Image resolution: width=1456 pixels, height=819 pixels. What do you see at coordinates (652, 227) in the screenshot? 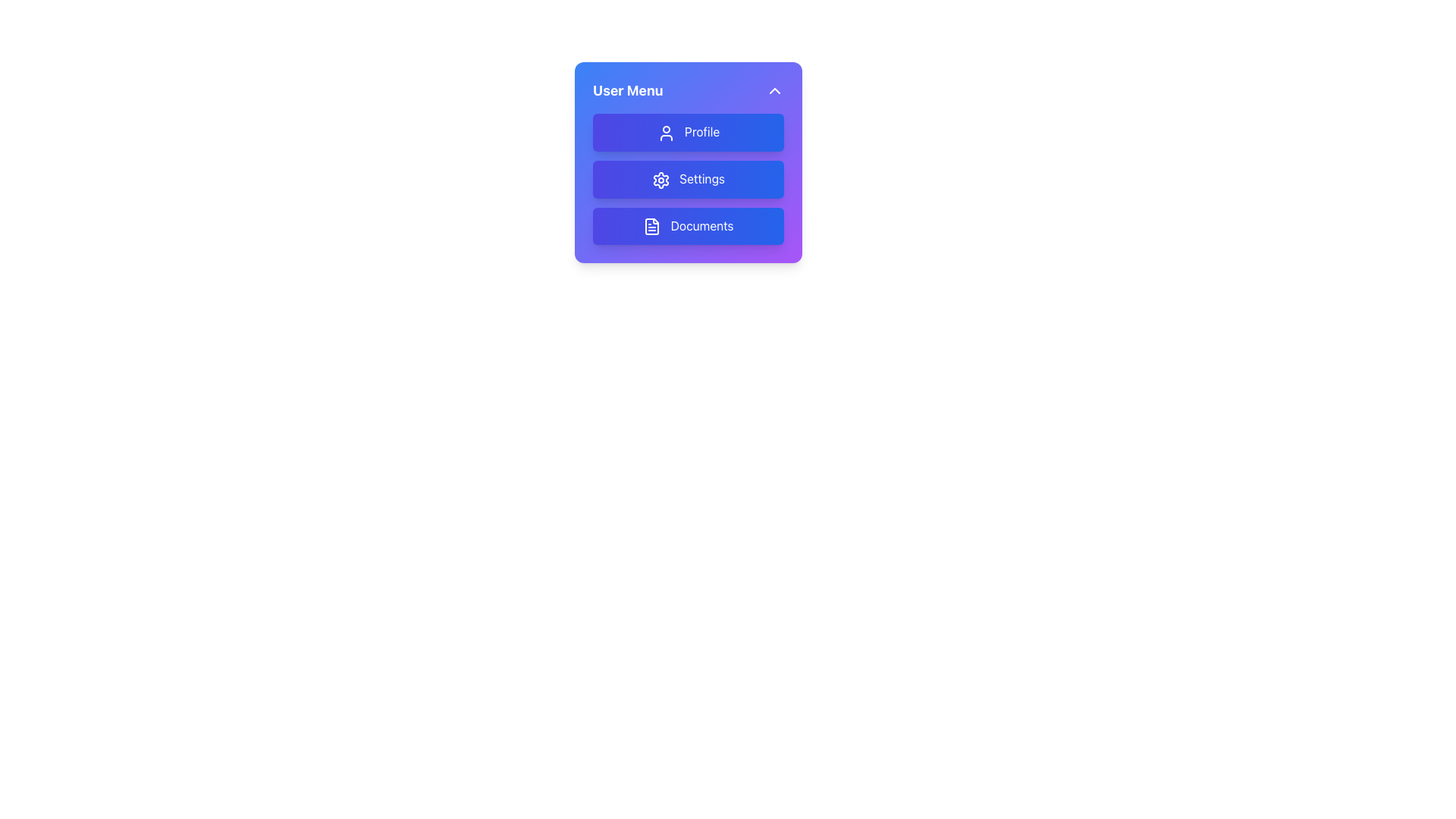
I see `the 'Documents' button, which contains an icon resembling a document, located in the user menu as the third button in the vertical stack` at bounding box center [652, 227].